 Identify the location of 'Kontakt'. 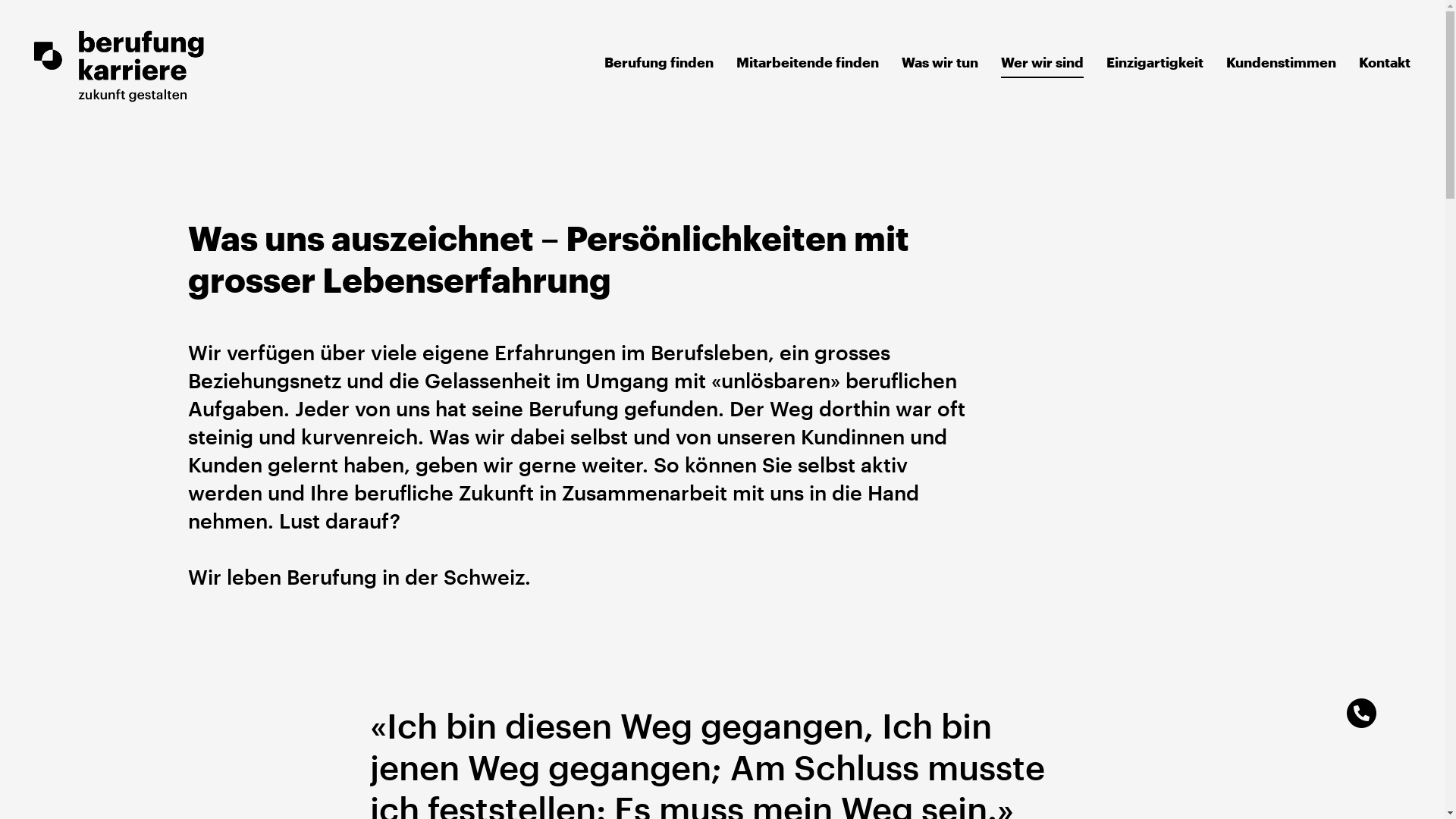
(1384, 61).